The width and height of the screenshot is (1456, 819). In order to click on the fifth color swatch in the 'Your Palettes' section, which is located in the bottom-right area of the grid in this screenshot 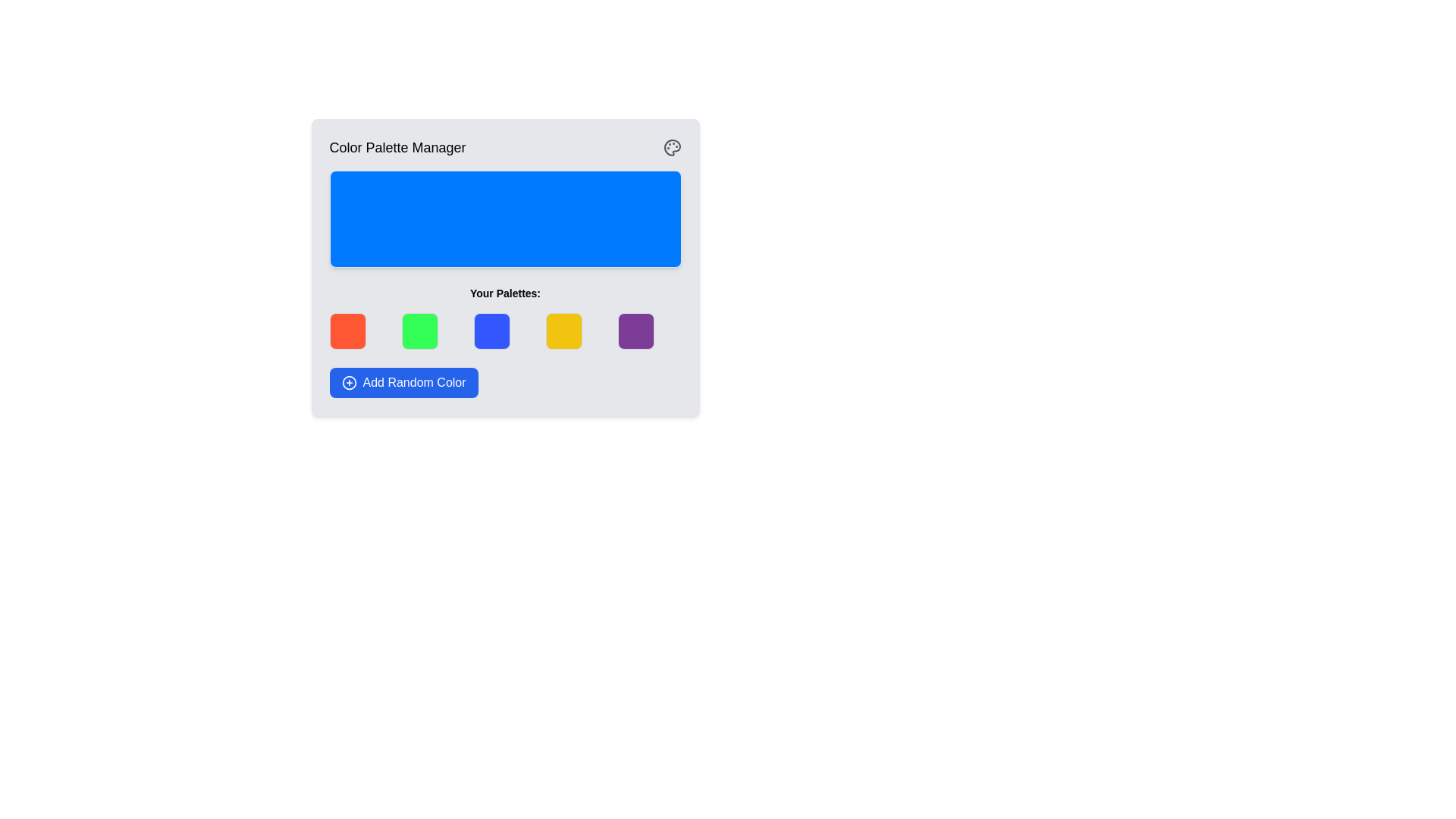, I will do `click(636, 330)`.